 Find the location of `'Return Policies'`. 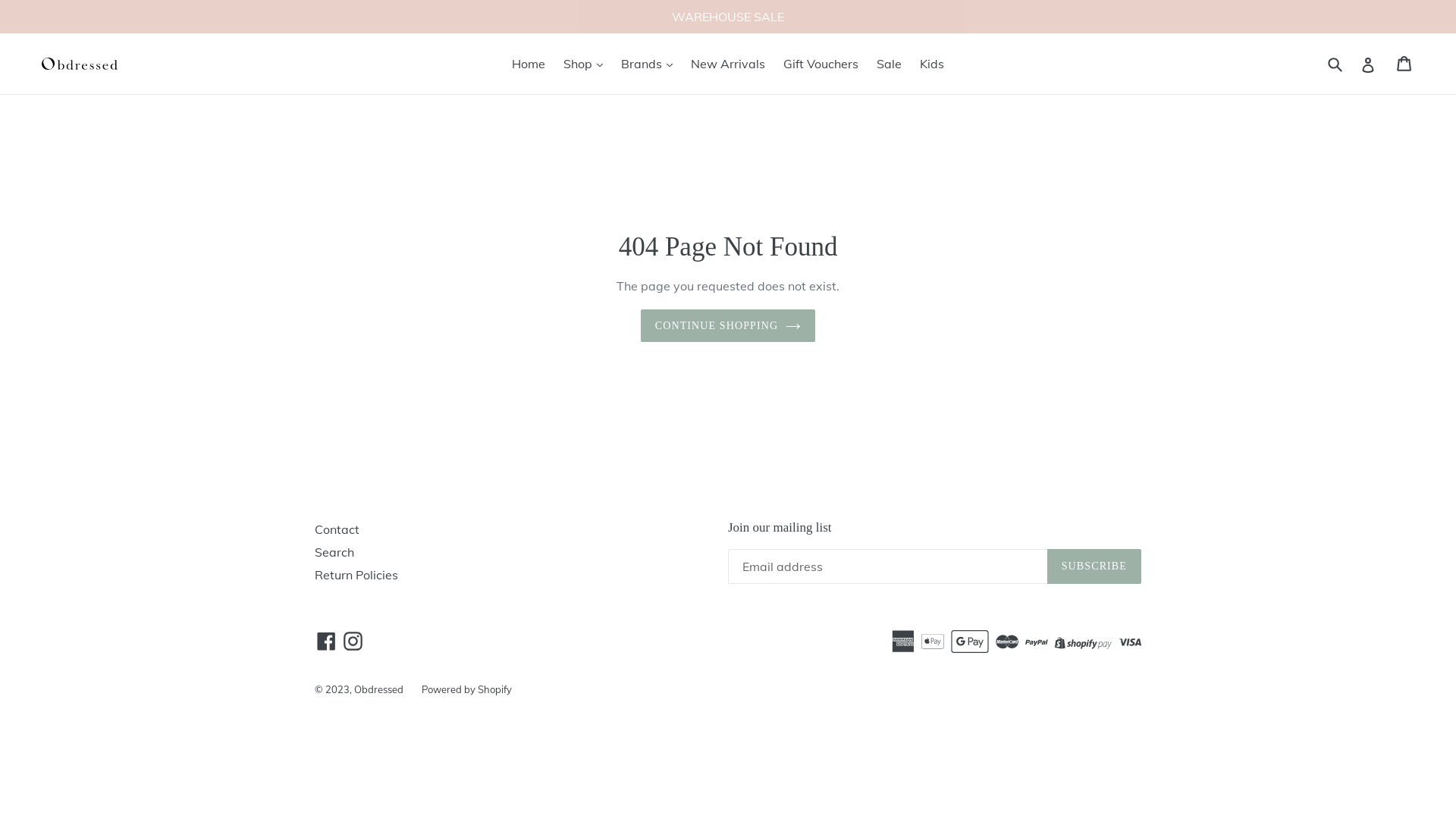

'Return Policies' is located at coordinates (356, 575).